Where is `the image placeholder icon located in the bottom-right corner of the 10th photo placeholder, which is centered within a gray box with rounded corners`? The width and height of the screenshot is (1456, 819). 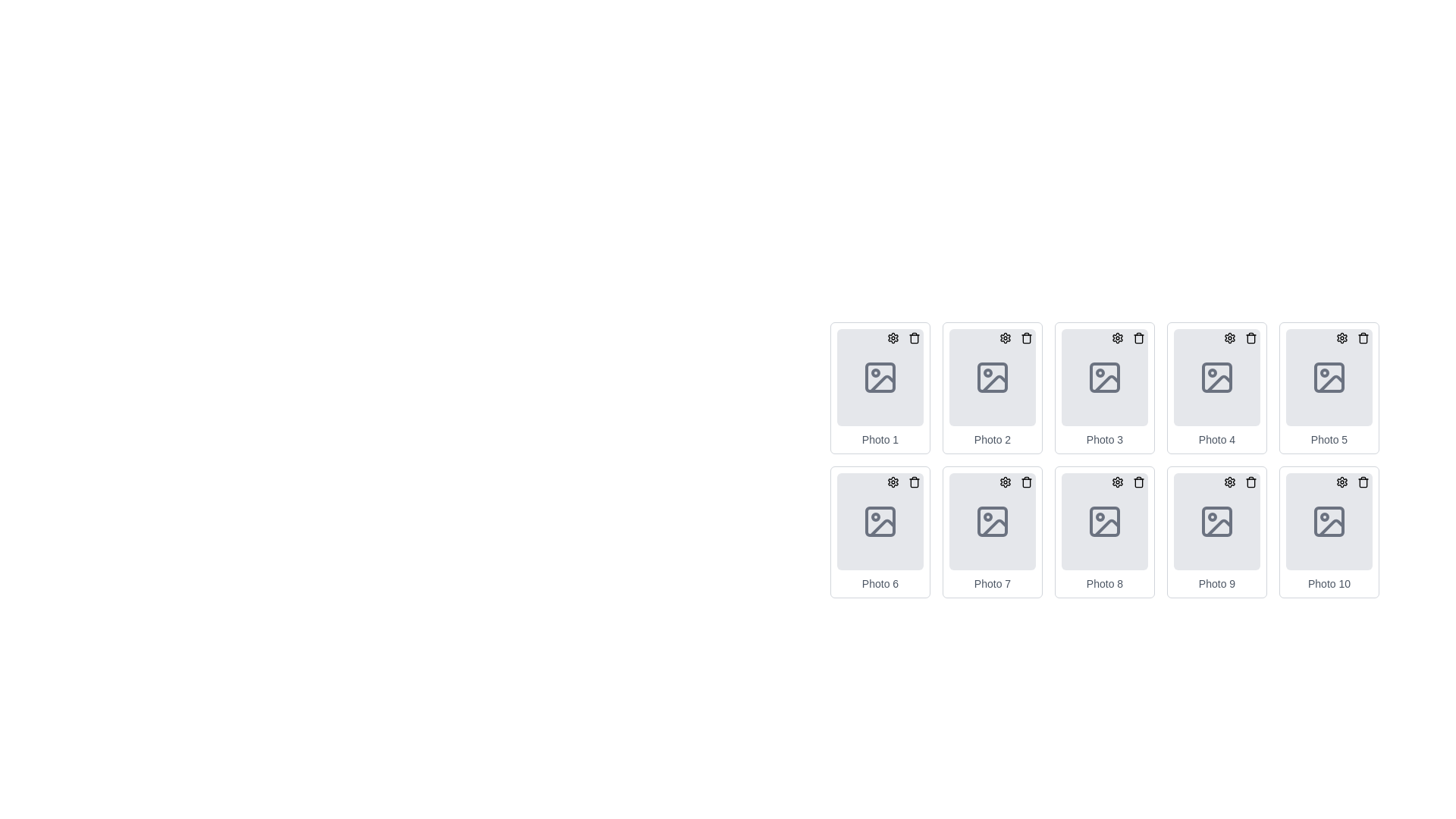
the image placeholder icon located in the bottom-right corner of the 10th photo placeholder, which is centered within a gray box with rounded corners is located at coordinates (1328, 520).